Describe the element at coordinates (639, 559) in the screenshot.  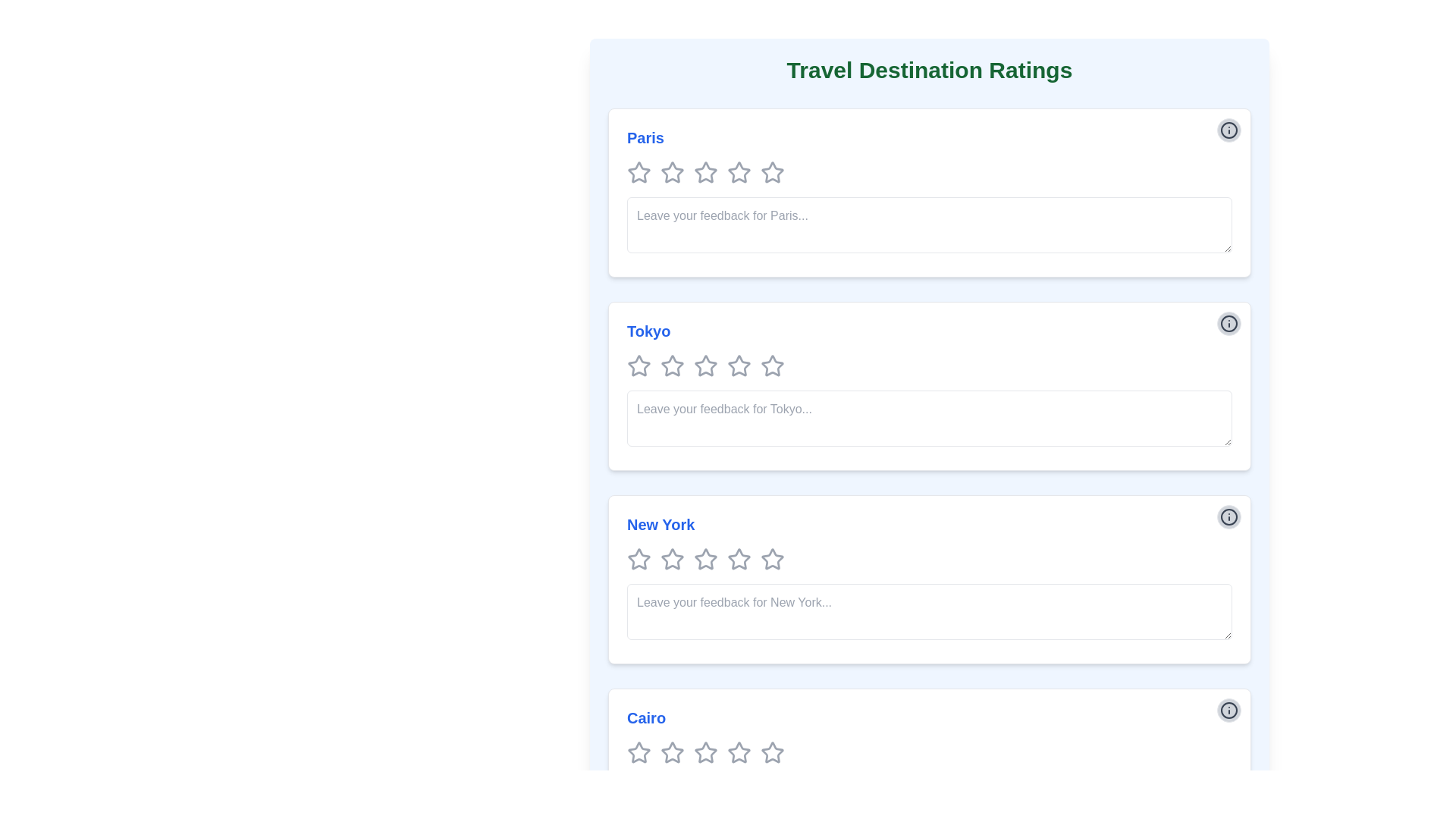
I see `the first star in the rating system for 'New York'` at that location.